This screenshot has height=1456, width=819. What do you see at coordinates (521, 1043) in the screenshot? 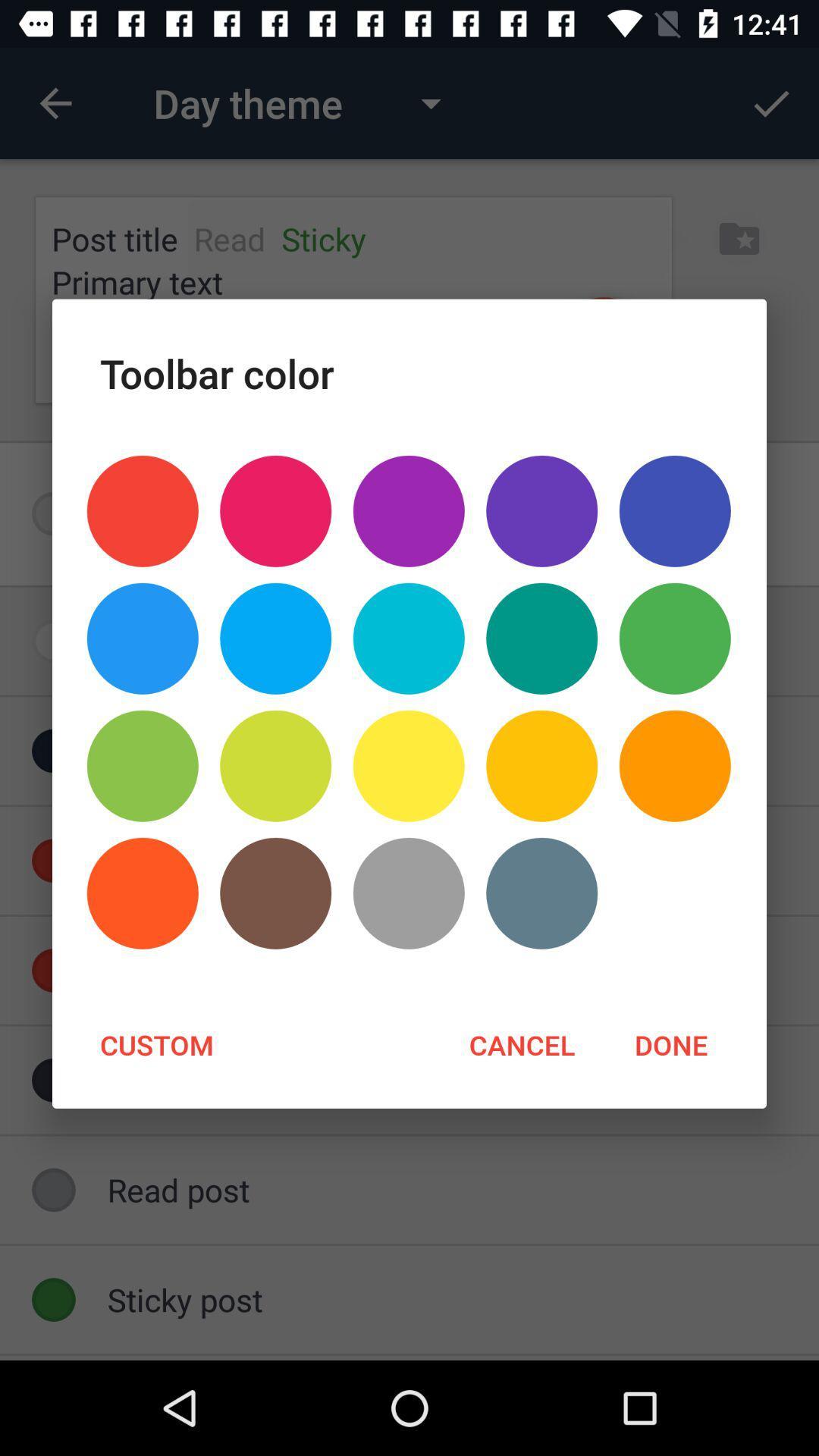
I see `item next to the done icon` at bounding box center [521, 1043].